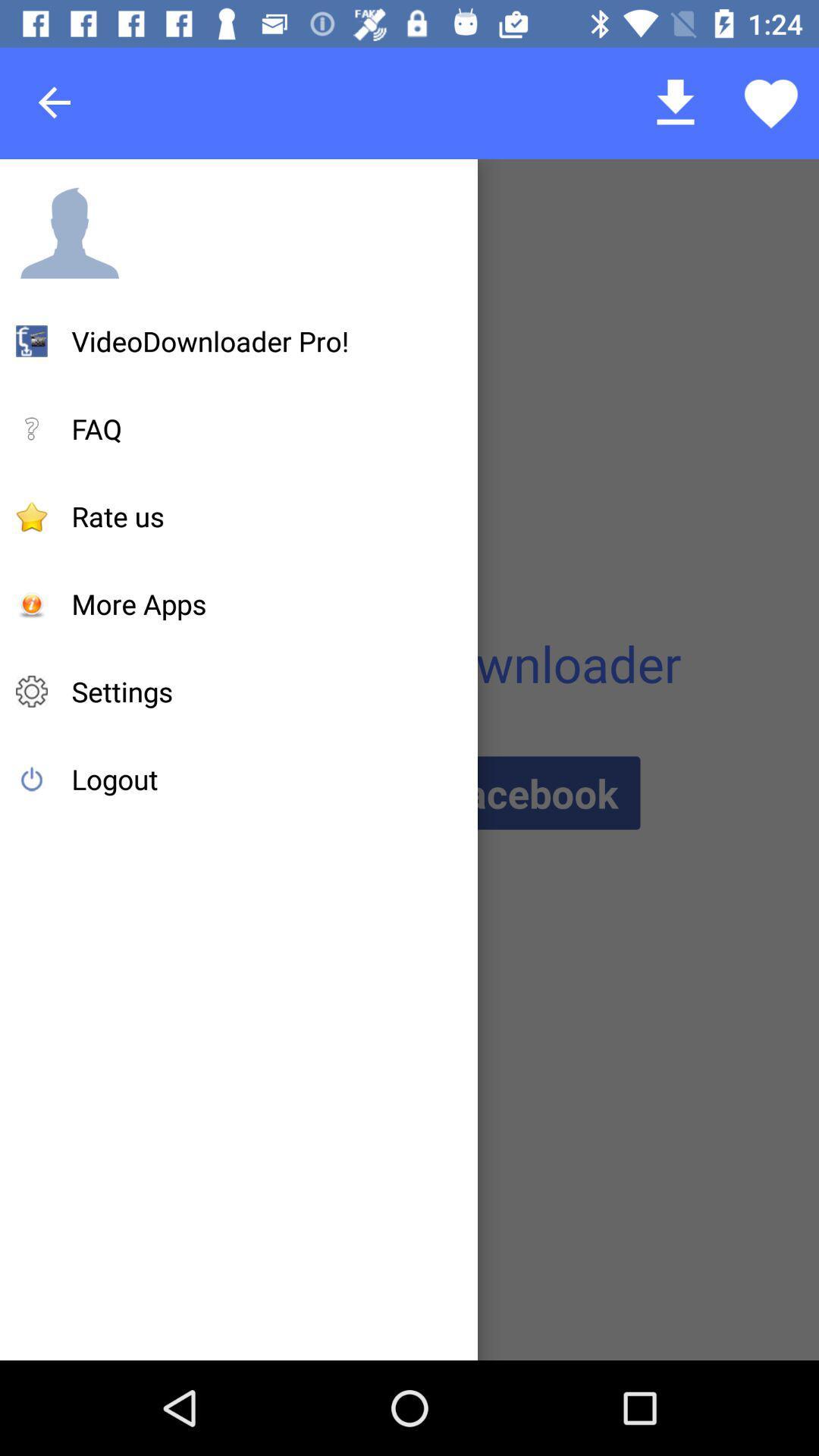 The width and height of the screenshot is (819, 1456). I want to click on more apps, so click(139, 603).